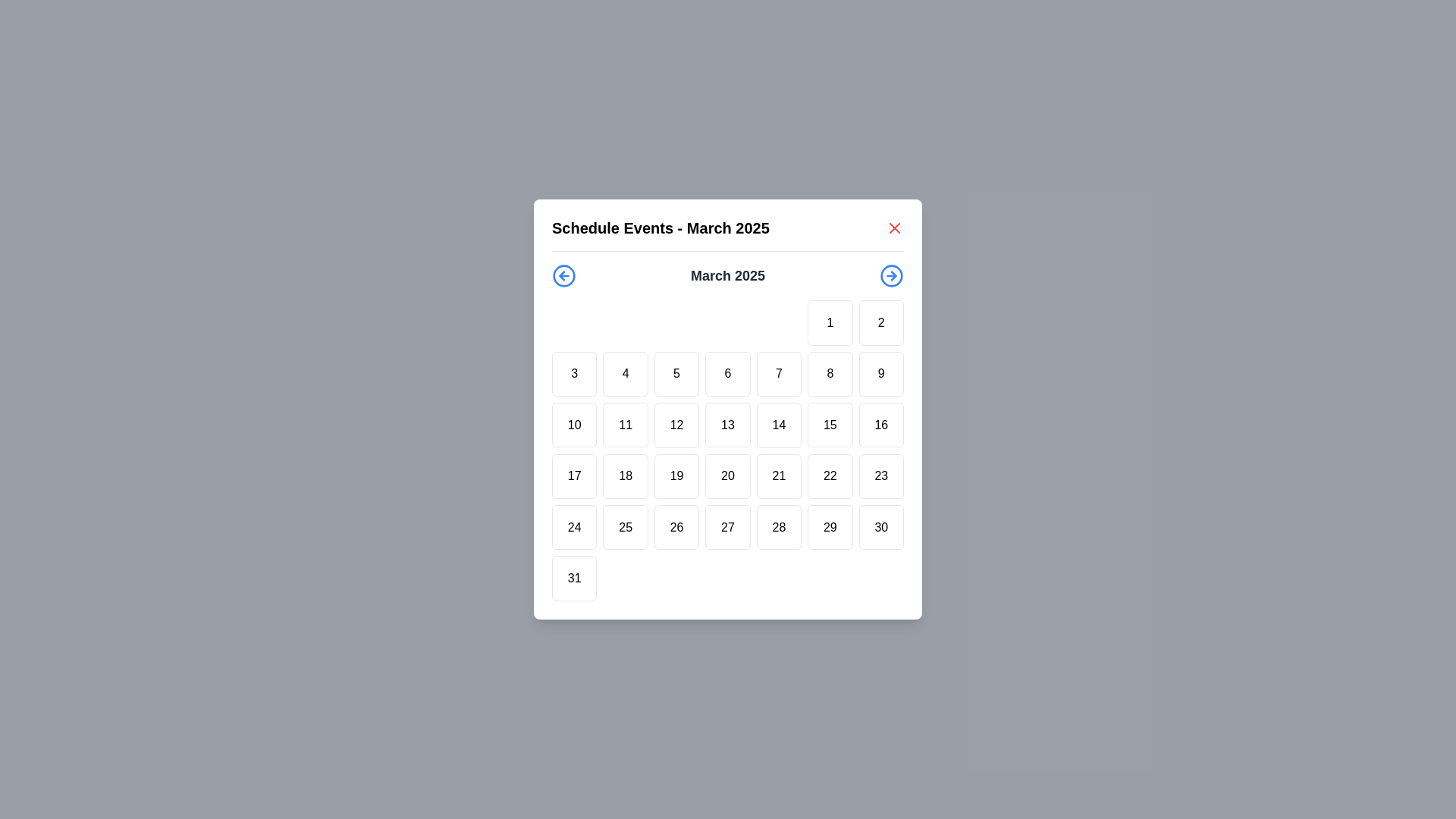  Describe the element at coordinates (829, 374) in the screenshot. I see `the calendar day button representing the 8th day of the month in the 'Schedule Events - March 2025' dialog` at that location.